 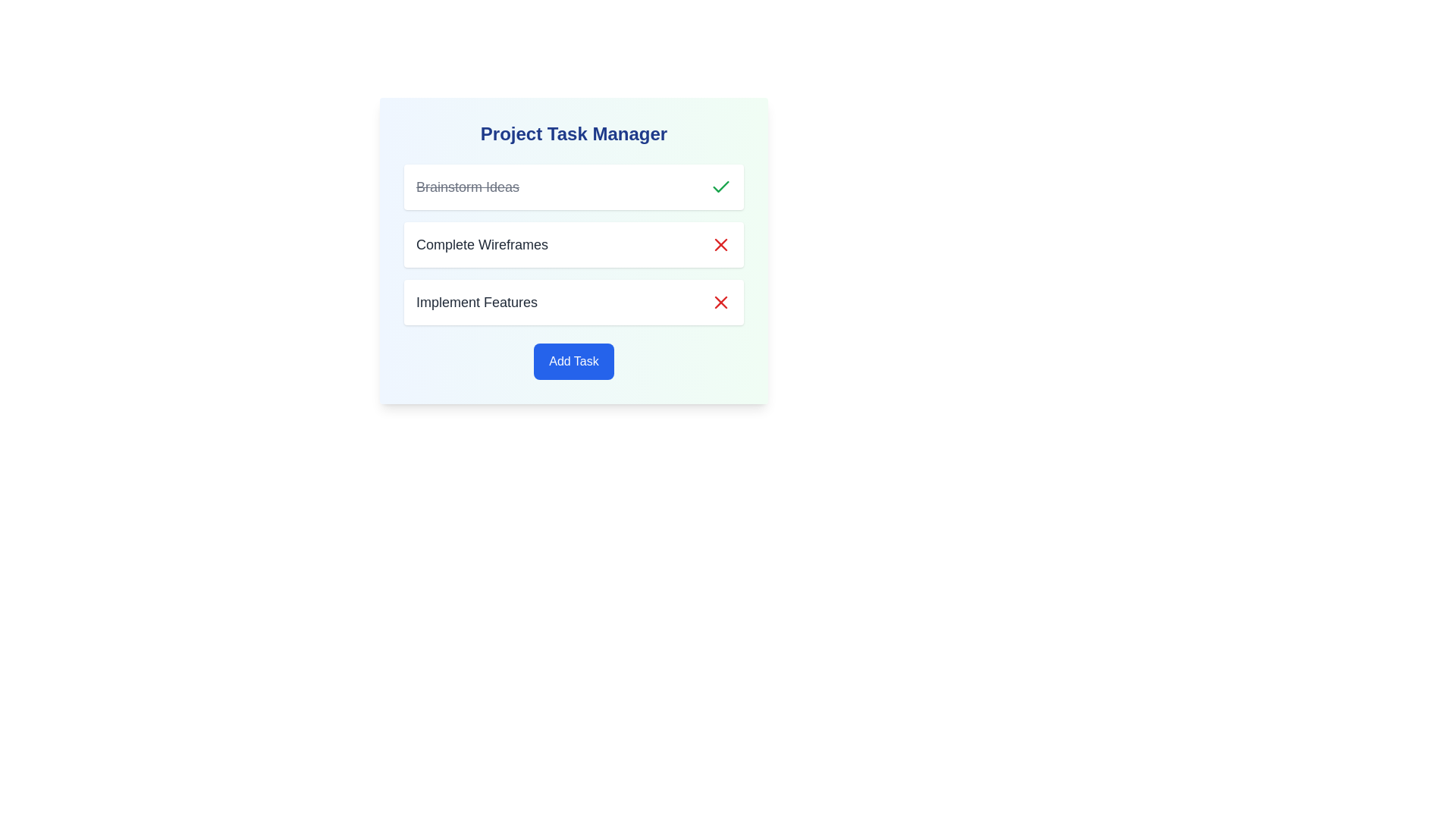 I want to click on the text label displaying 'Brainstorm Ideas' with a strikethrough in light gray color, located in the first task of the task management interface, so click(x=467, y=186).